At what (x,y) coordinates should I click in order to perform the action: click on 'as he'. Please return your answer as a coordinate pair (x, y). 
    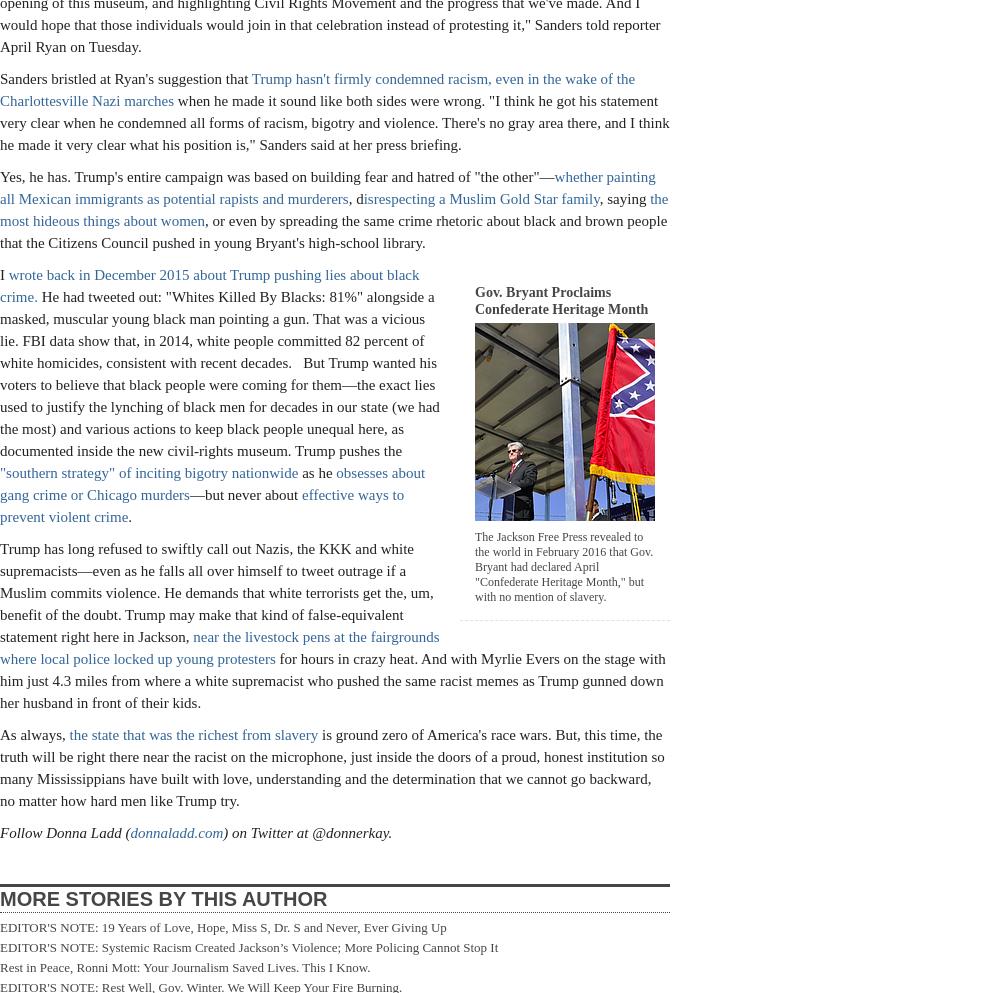
    Looking at the image, I should click on (316, 470).